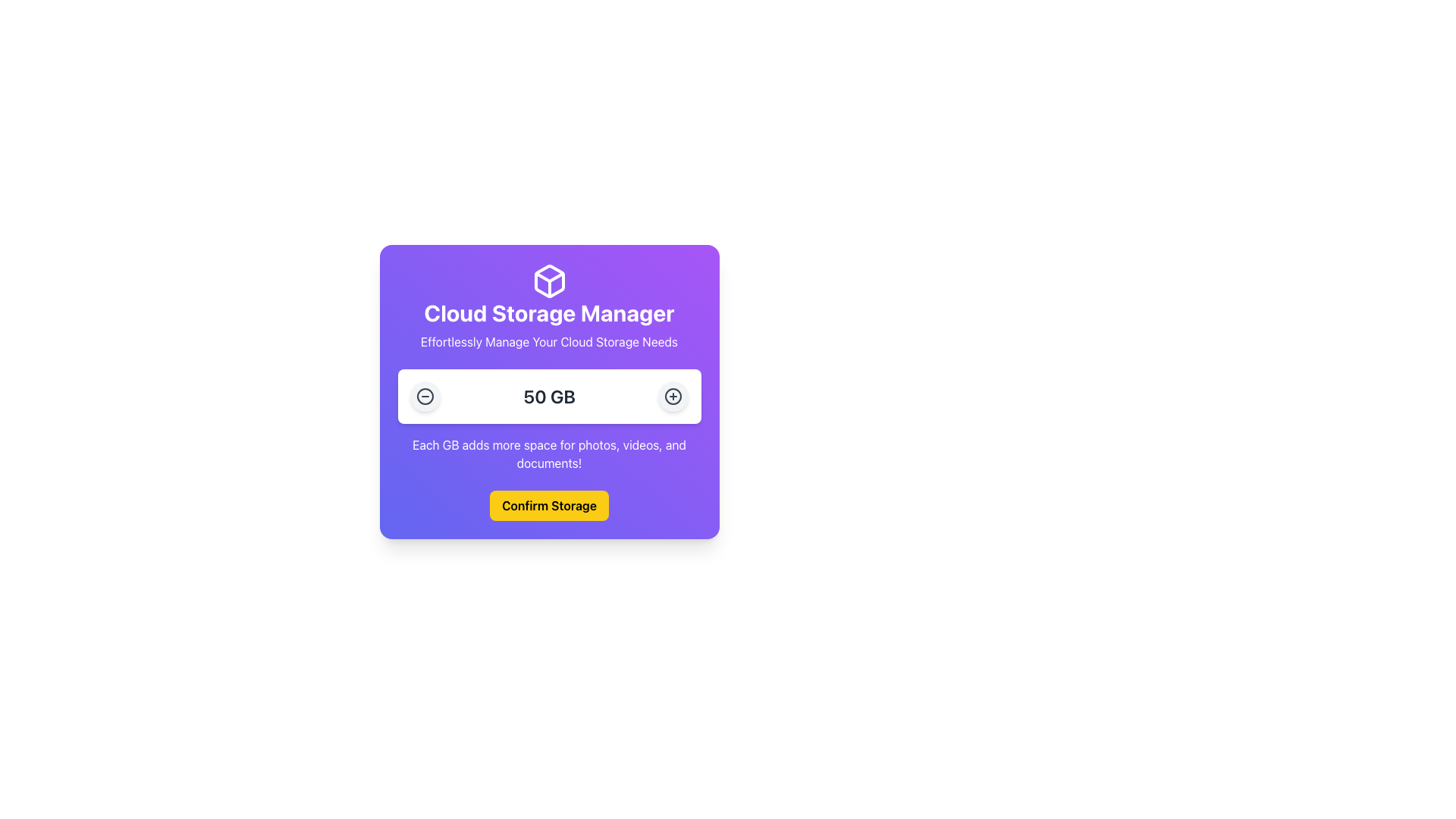 The image size is (1456, 819). What do you see at coordinates (548, 421) in the screenshot?
I see `static informational text located beneath the '50 GB' white box within a gradient purple panel, which clarifies that each additional GB increases storage capacity for photos, videos, and documents` at bounding box center [548, 421].